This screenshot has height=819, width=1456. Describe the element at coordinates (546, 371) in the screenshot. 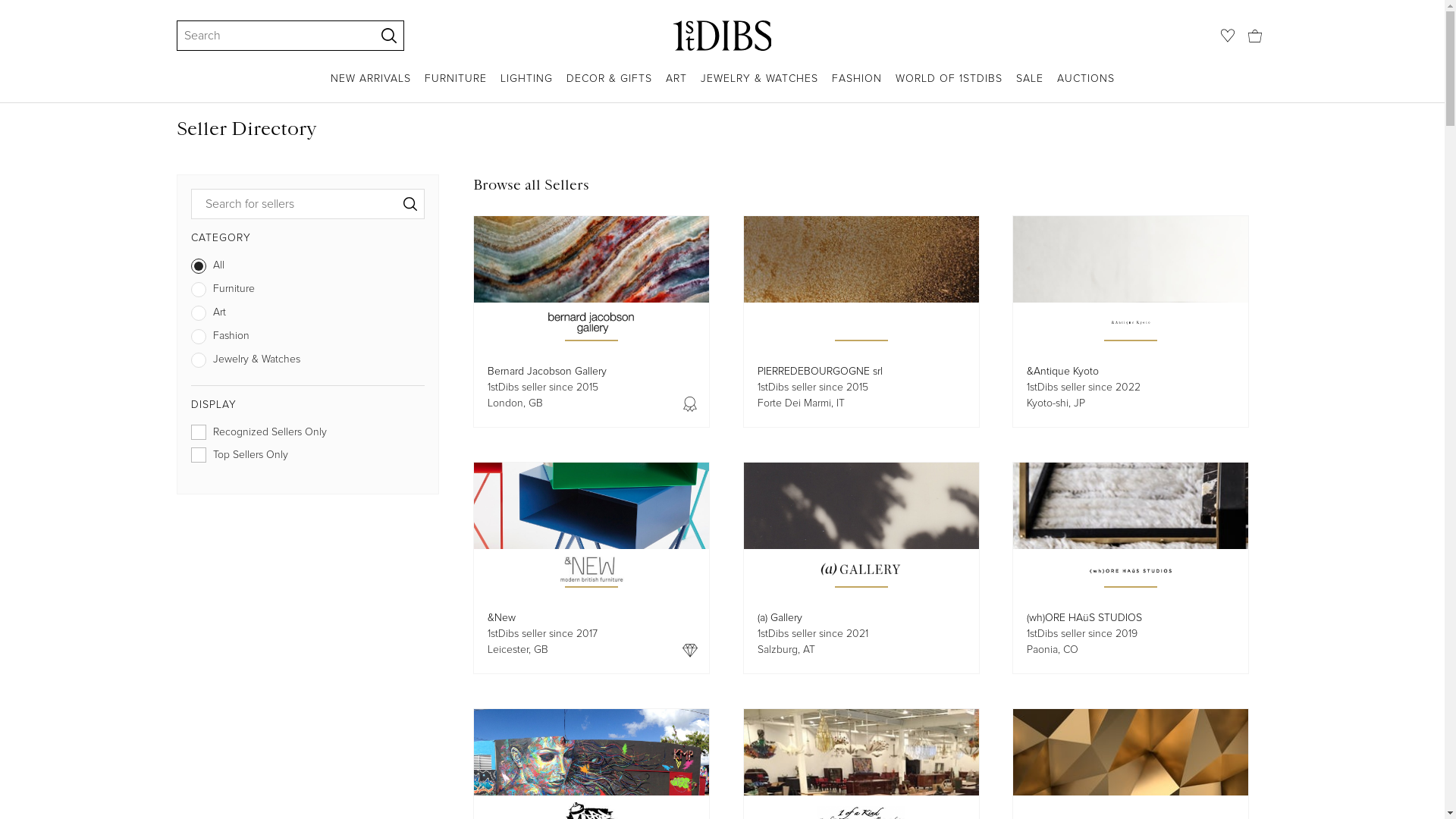

I see `'Bernard Jacobson Gallery'` at that location.